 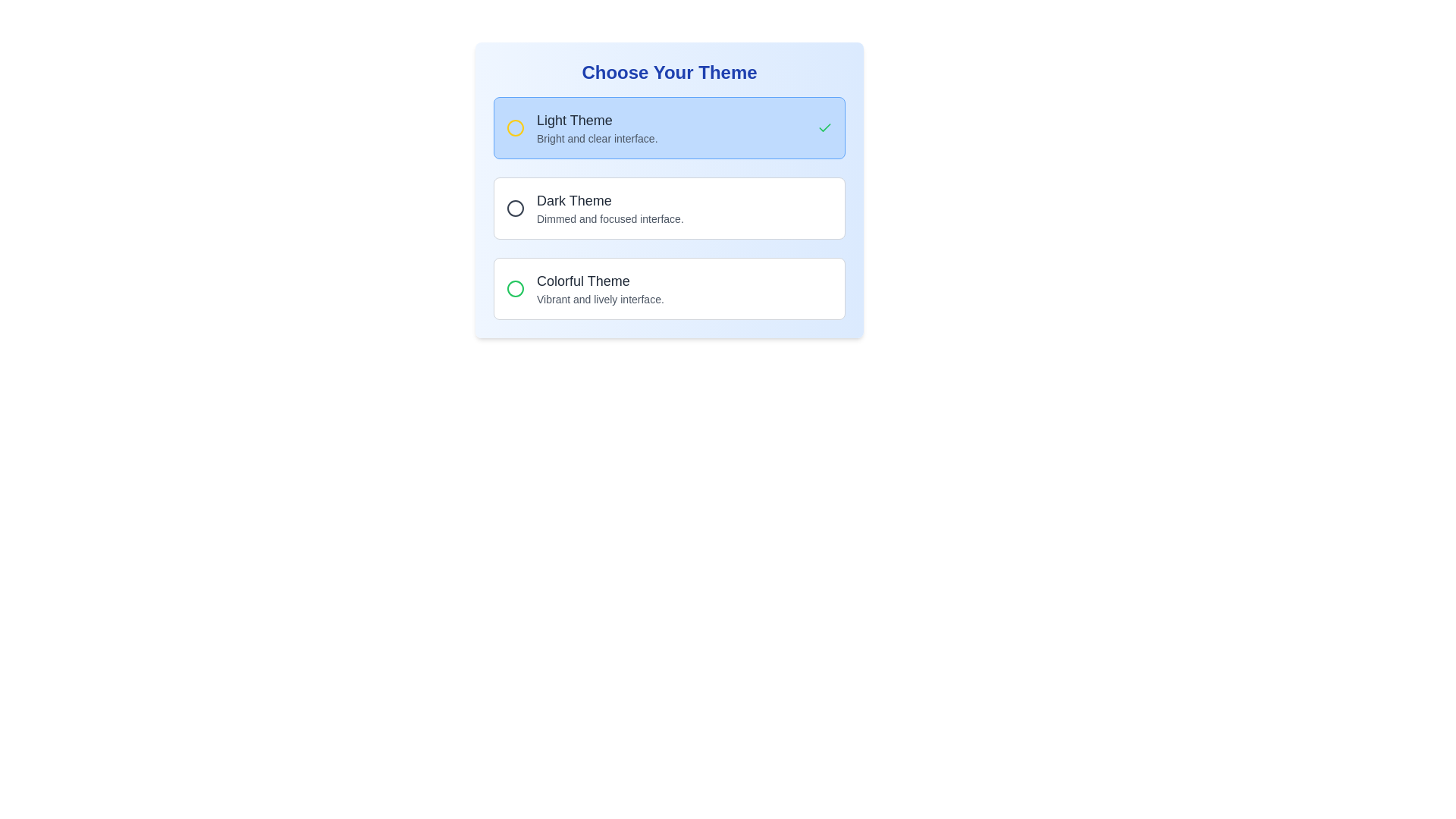 I want to click on text label displaying 'Vibrant and lively interface.' located below the 'Colorful Theme' header in the theme options list, so click(x=600, y=299).